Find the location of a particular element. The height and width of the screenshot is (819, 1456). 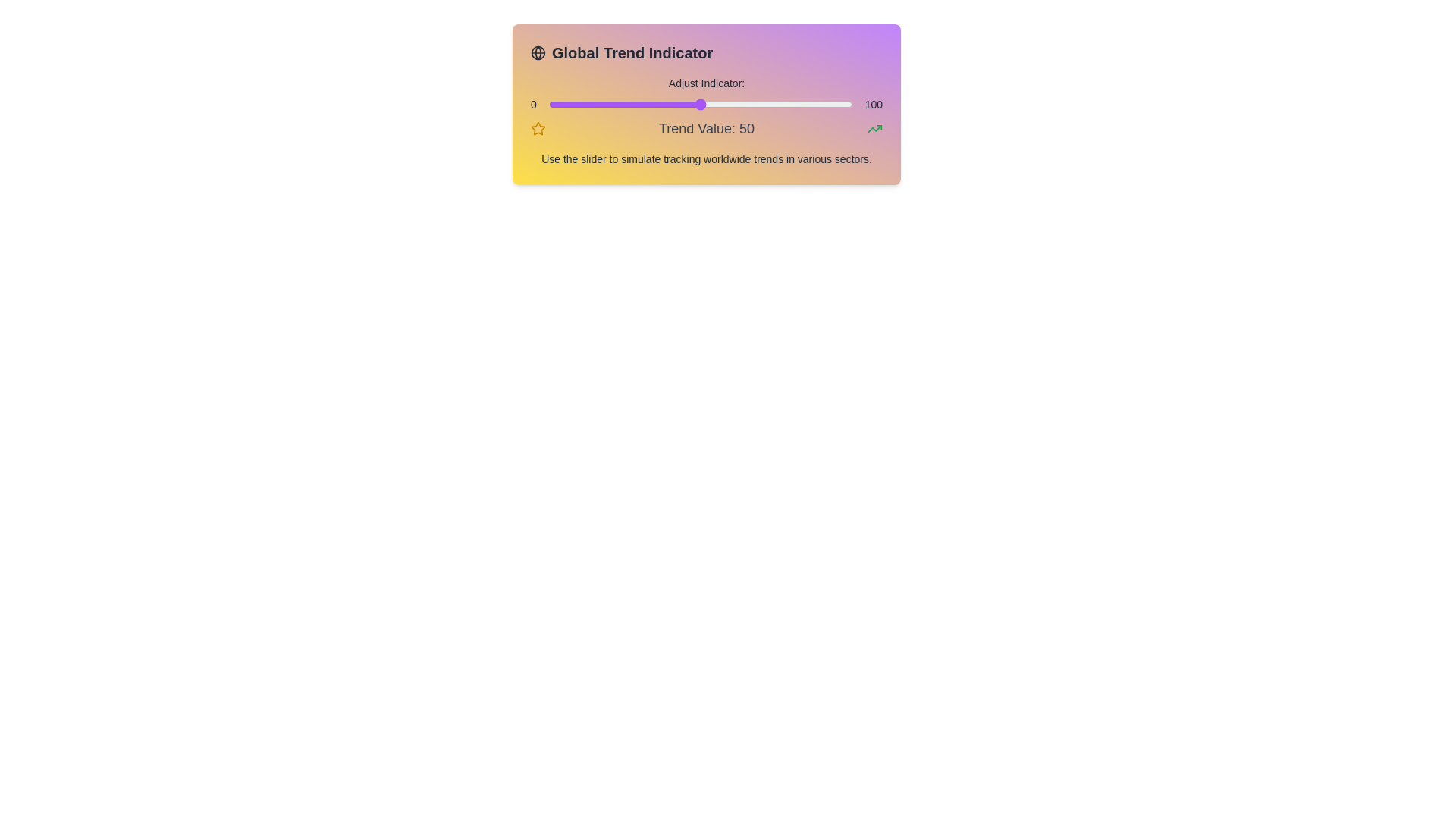

the slider to set the value to 91 is located at coordinates (824, 104).